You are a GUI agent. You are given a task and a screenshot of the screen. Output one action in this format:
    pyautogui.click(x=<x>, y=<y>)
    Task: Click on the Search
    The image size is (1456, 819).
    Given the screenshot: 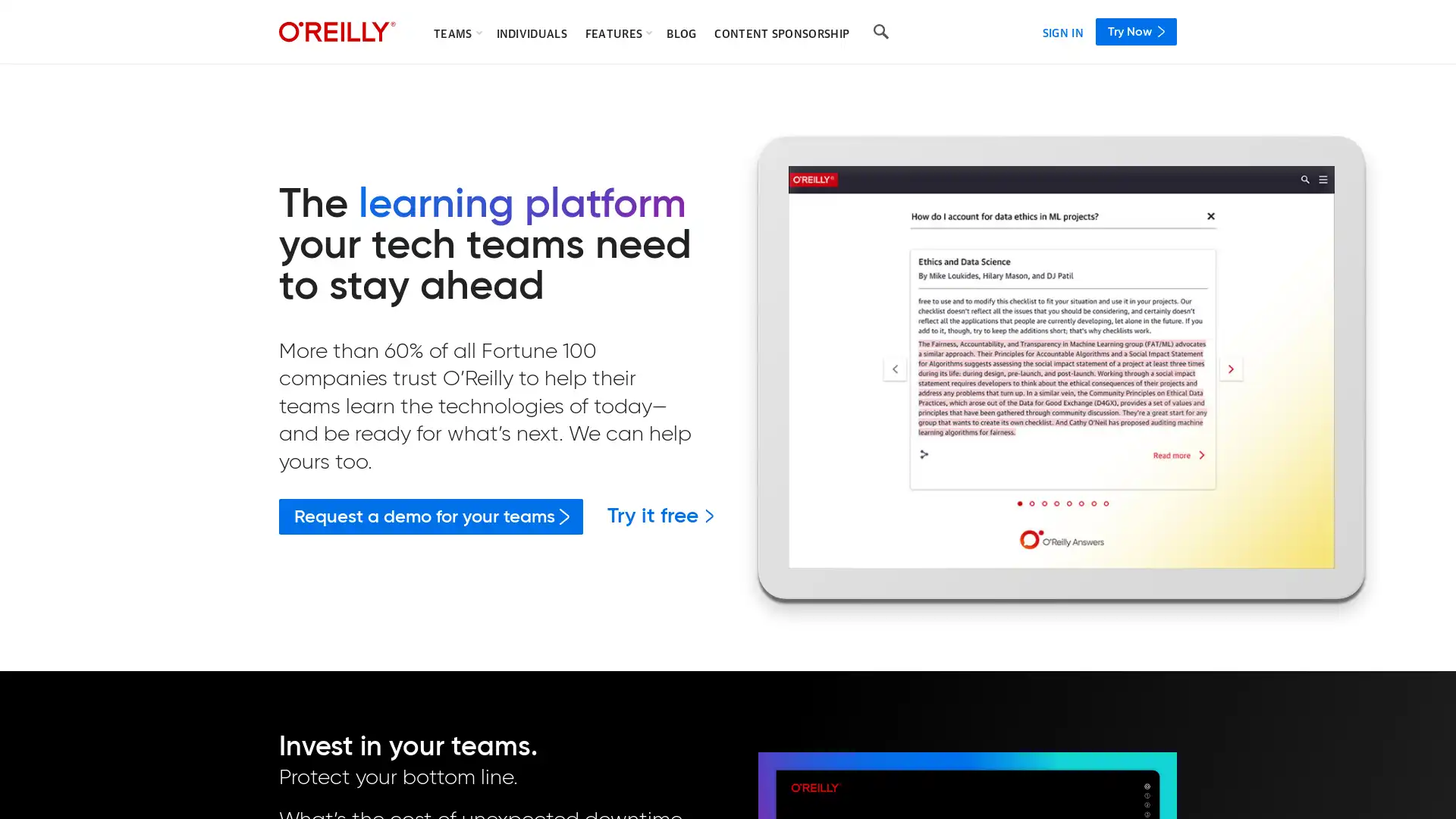 What is the action you would take?
    pyautogui.click(x=880, y=32)
    